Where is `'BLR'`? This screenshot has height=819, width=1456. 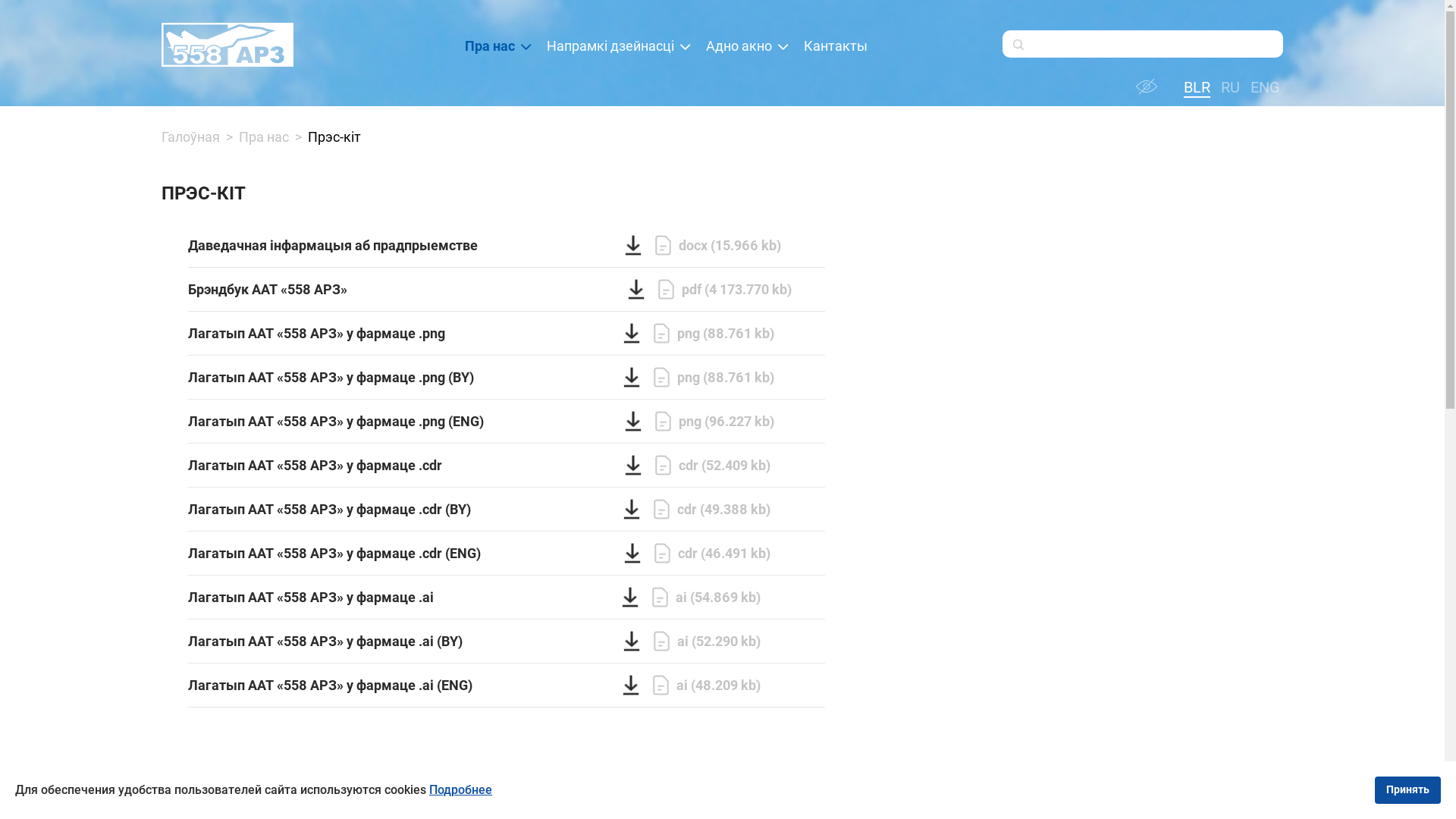 'BLR' is located at coordinates (1194, 87).